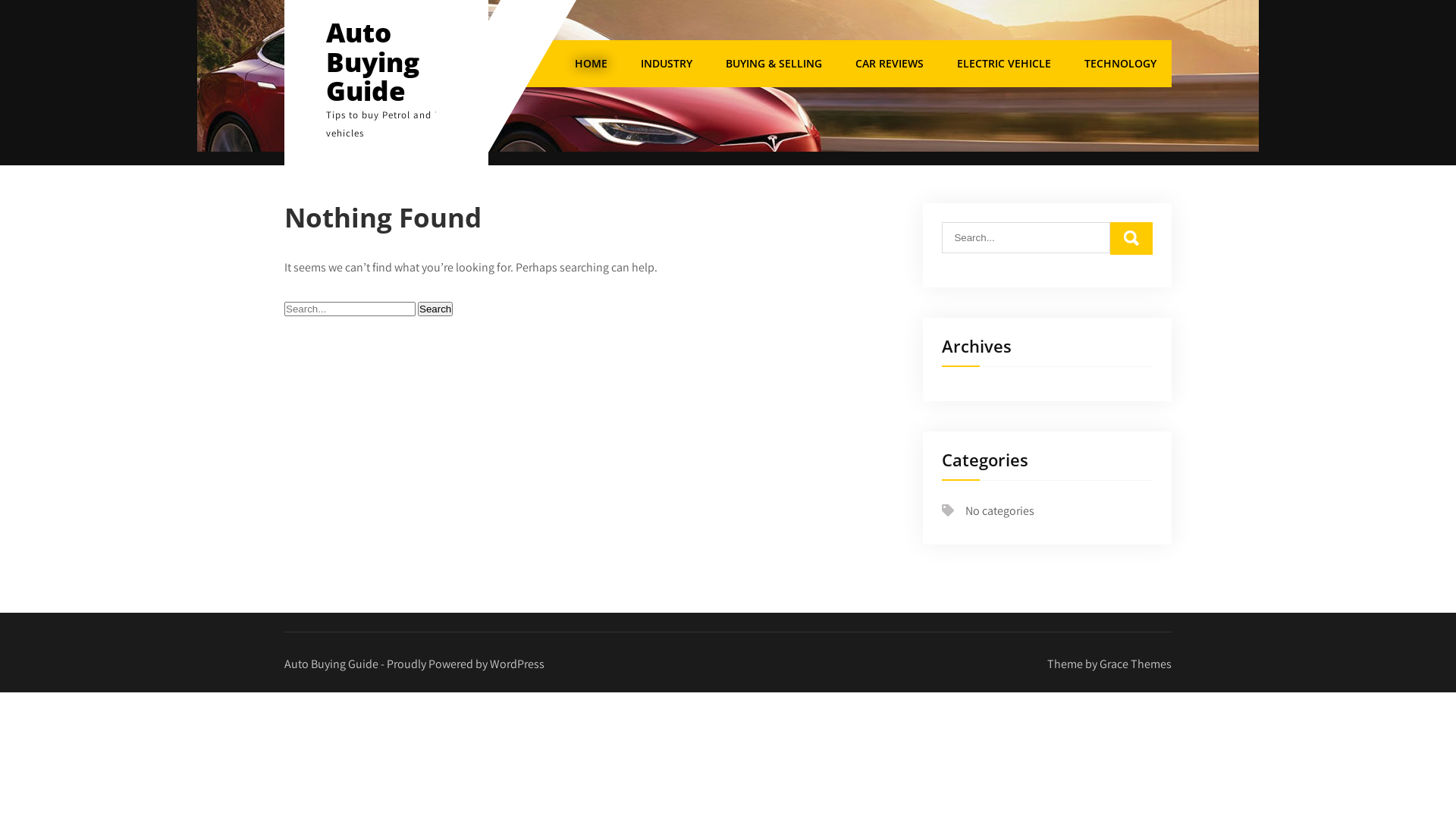  I want to click on 'BUYING & SELLING', so click(709, 63).